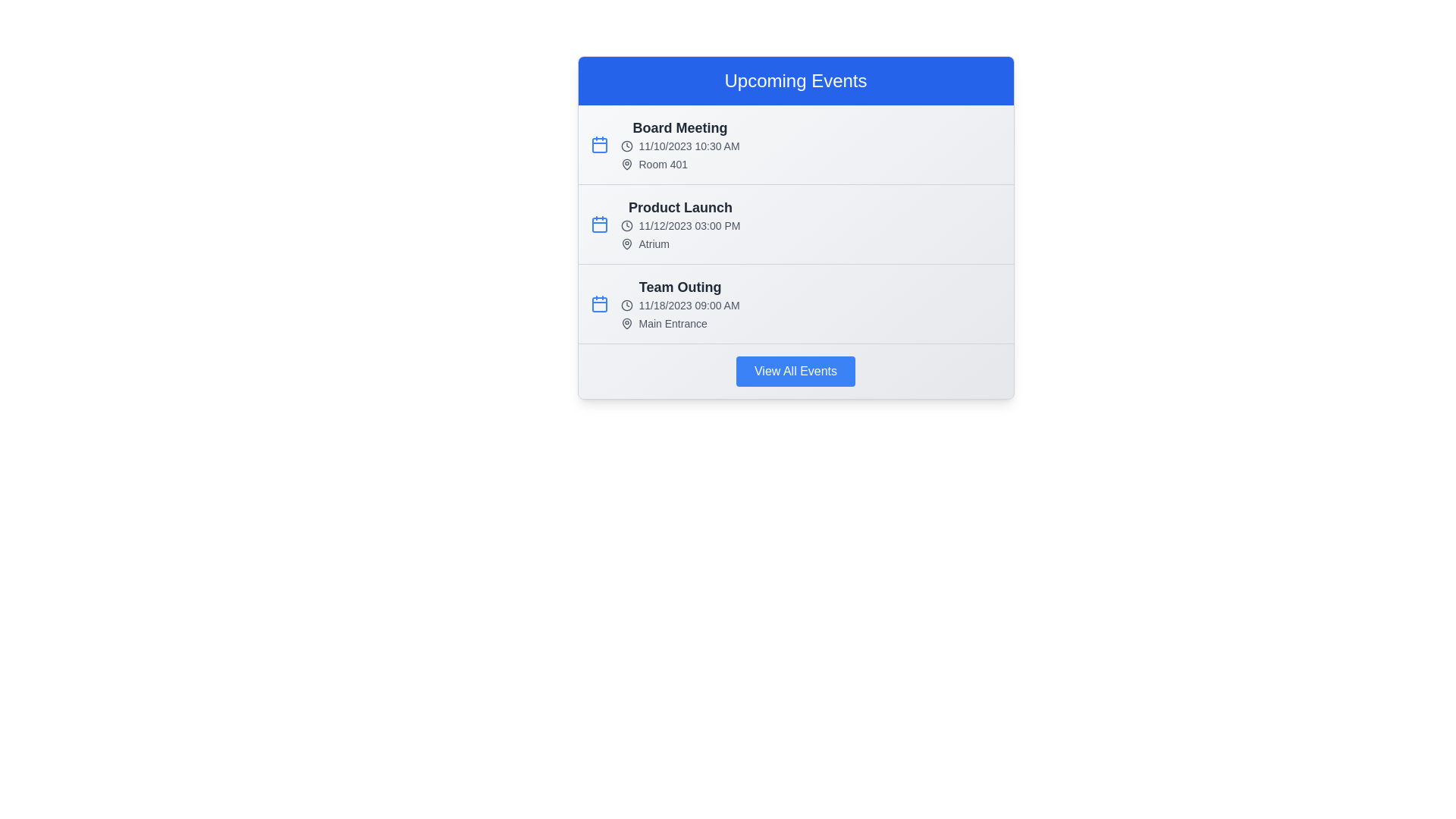 This screenshot has height=819, width=1456. What do you see at coordinates (679, 243) in the screenshot?
I see `'Atrium' label with map pin icon, which is styled in small gray text and located under the date and time within the 'Product Launch' event section of the 'Upcoming Events' card` at bounding box center [679, 243].